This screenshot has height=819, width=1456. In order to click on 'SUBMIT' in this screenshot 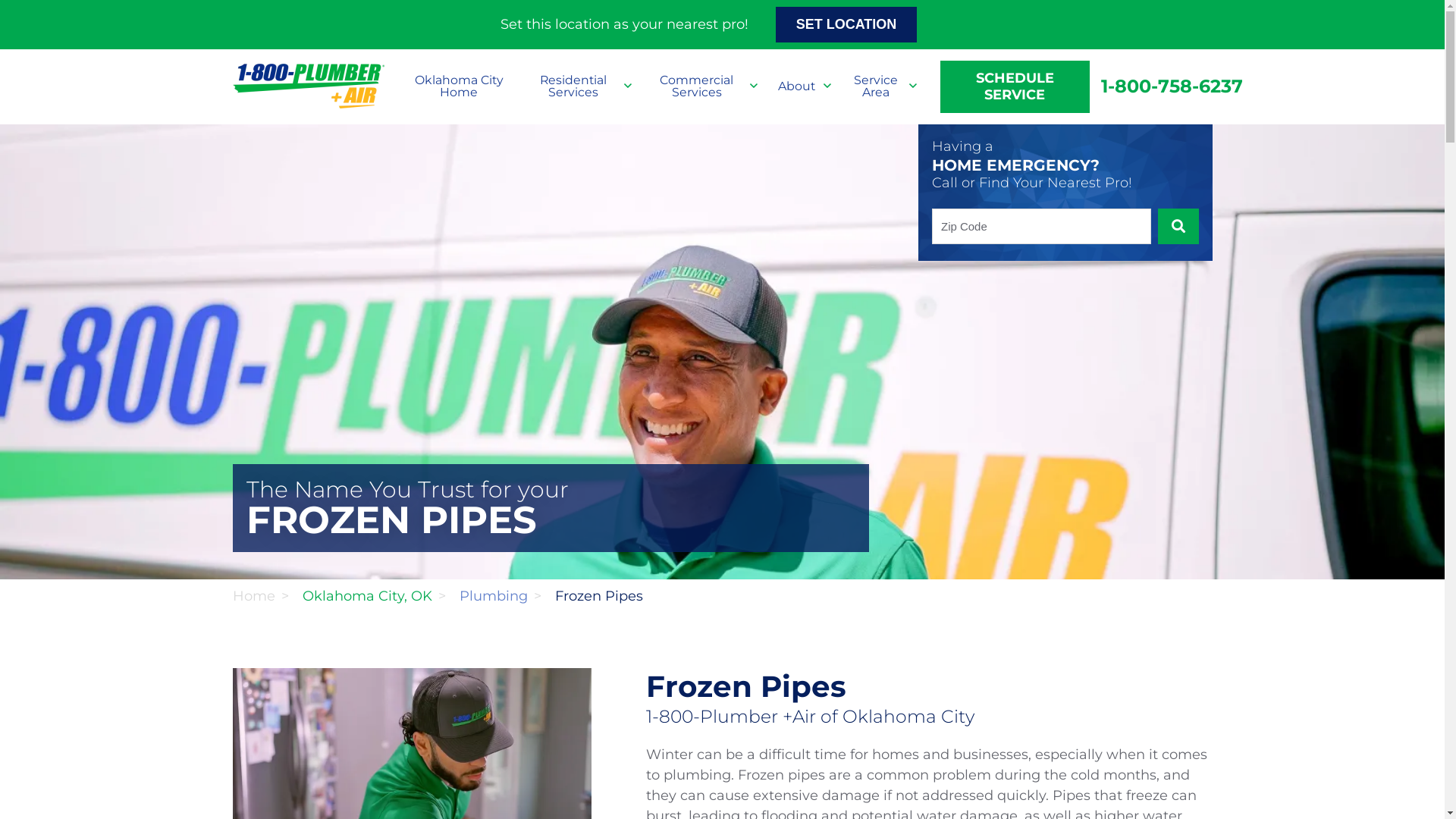, I will do `click(1156, 226)`.